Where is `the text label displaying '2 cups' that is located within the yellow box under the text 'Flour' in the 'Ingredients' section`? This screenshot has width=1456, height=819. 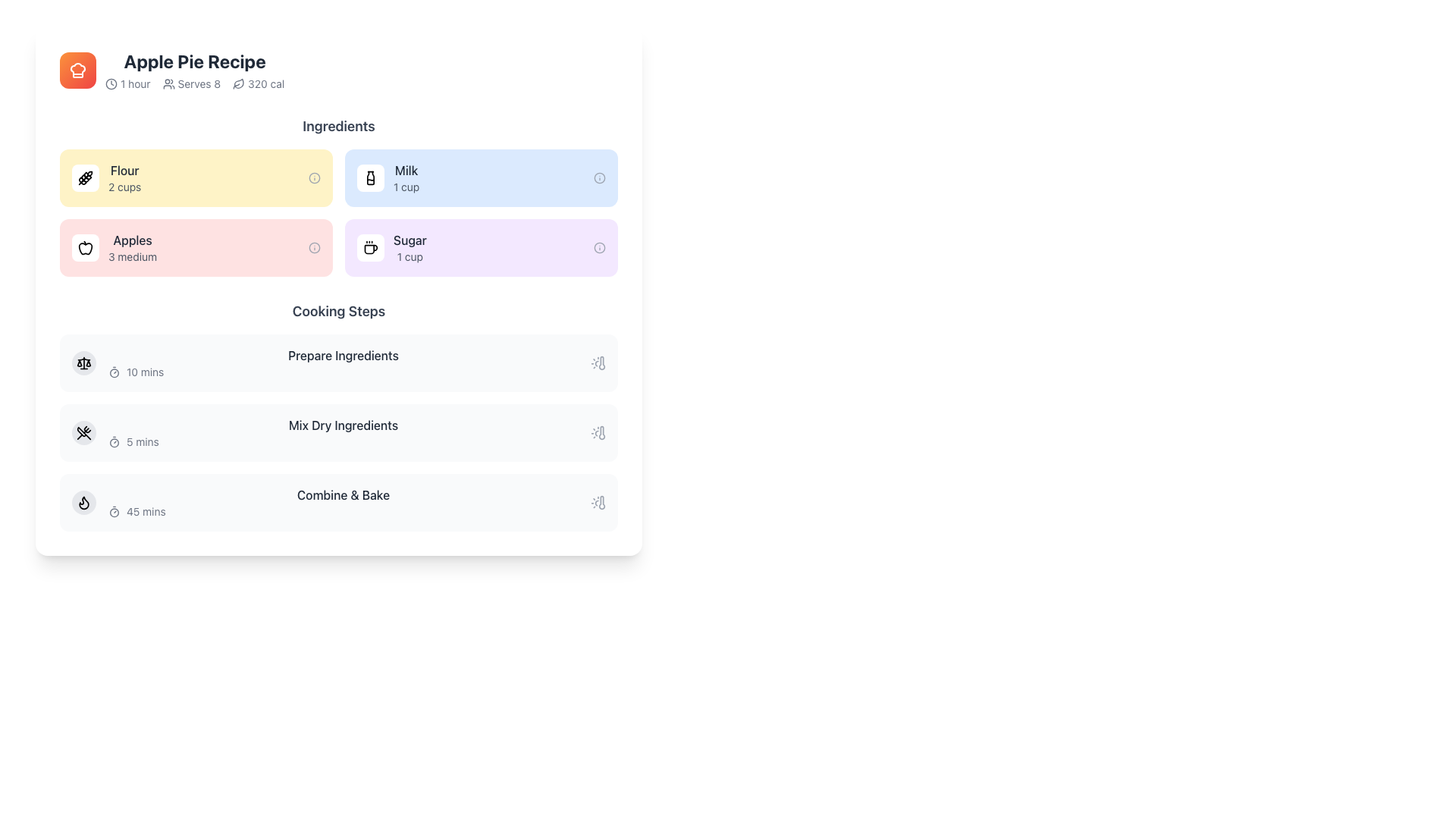
the text label displaying '2 cups' that is located within the yellow box under the text 'Flour' in the 'Ingredients' section is located at coordinates (124, 186).